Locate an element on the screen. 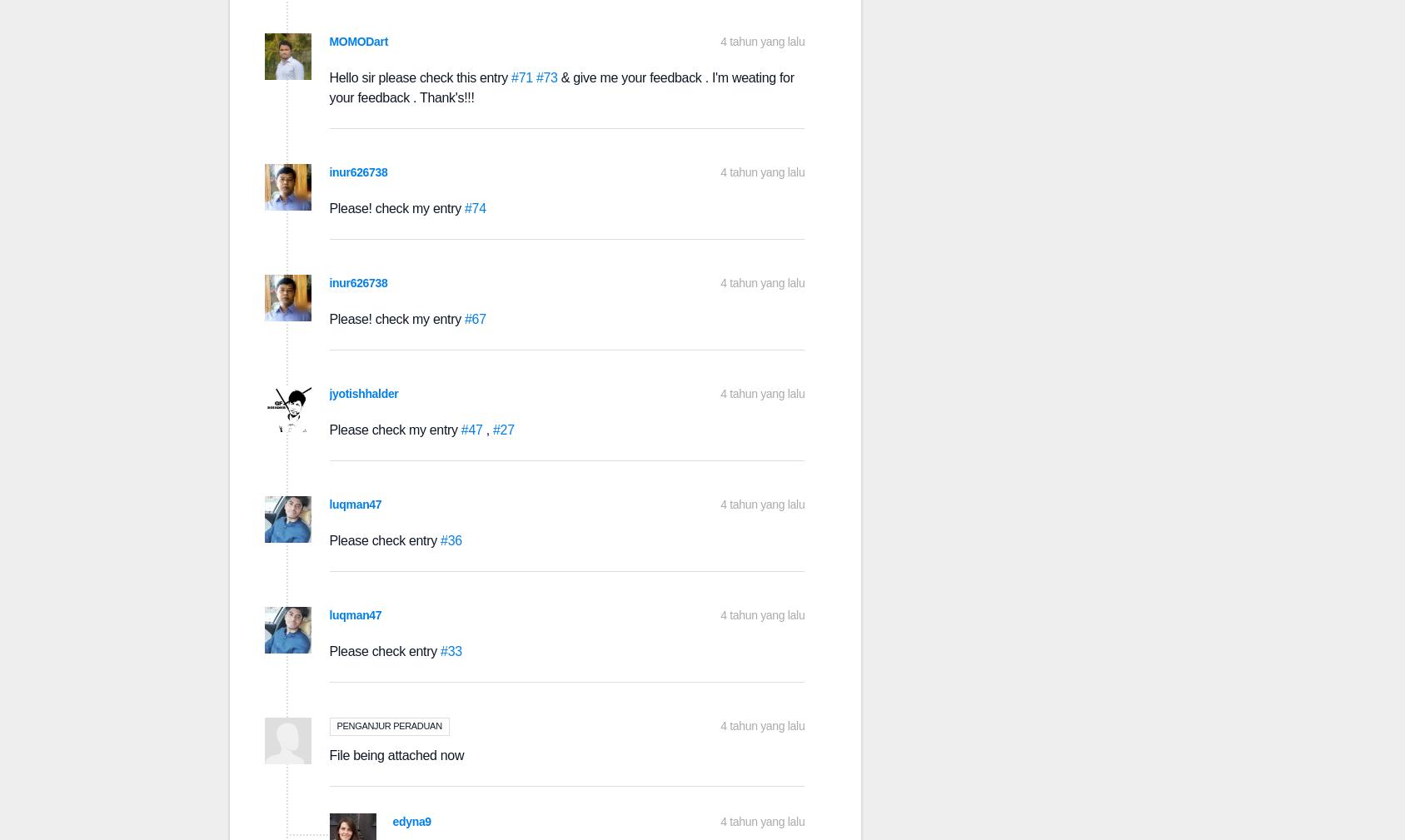 Image resolution: width=1405 pixels, height=840 pixels. '#74' is located at coordinates (463, 207).